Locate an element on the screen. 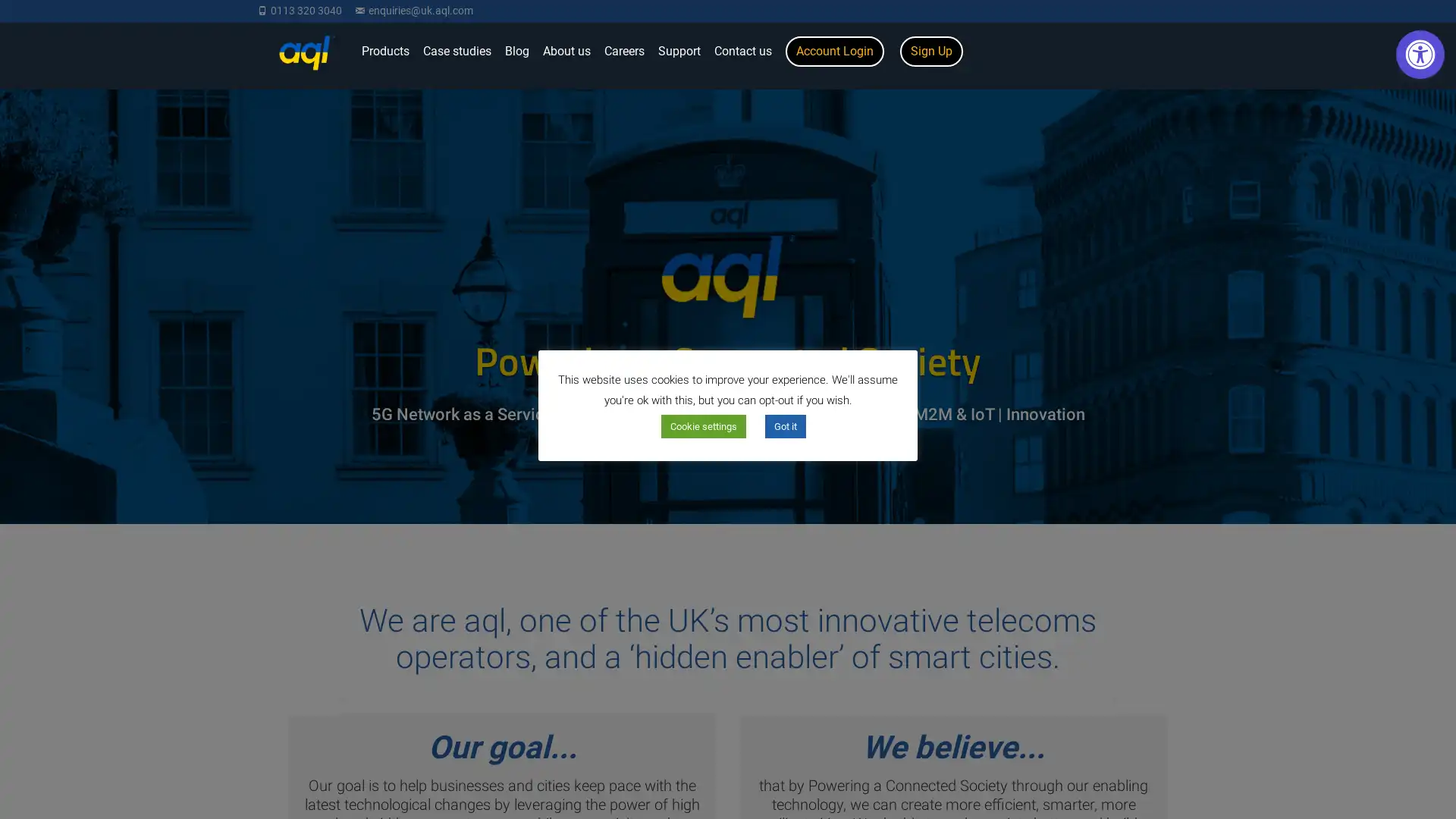  Reading Line is located at coordinates (1210, 290).